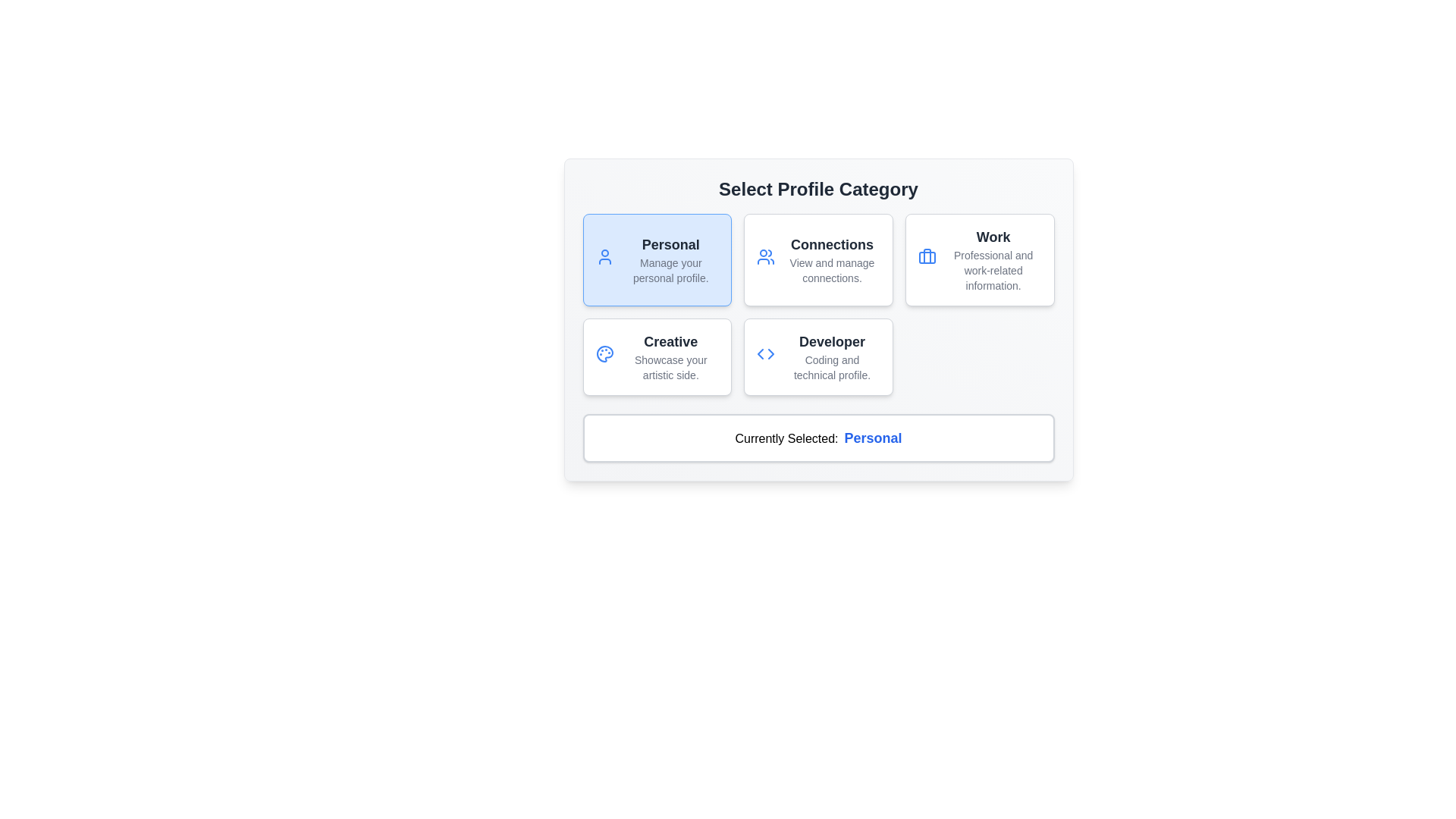 This screenshot has height=819, width=1456. Describe the element at coordinates (670, 244) in the screenshot. I see `the 'Personal' label, which is a bold text header located at the top-left corner of the card layout in the 'Select Profile Category' section` at that location.